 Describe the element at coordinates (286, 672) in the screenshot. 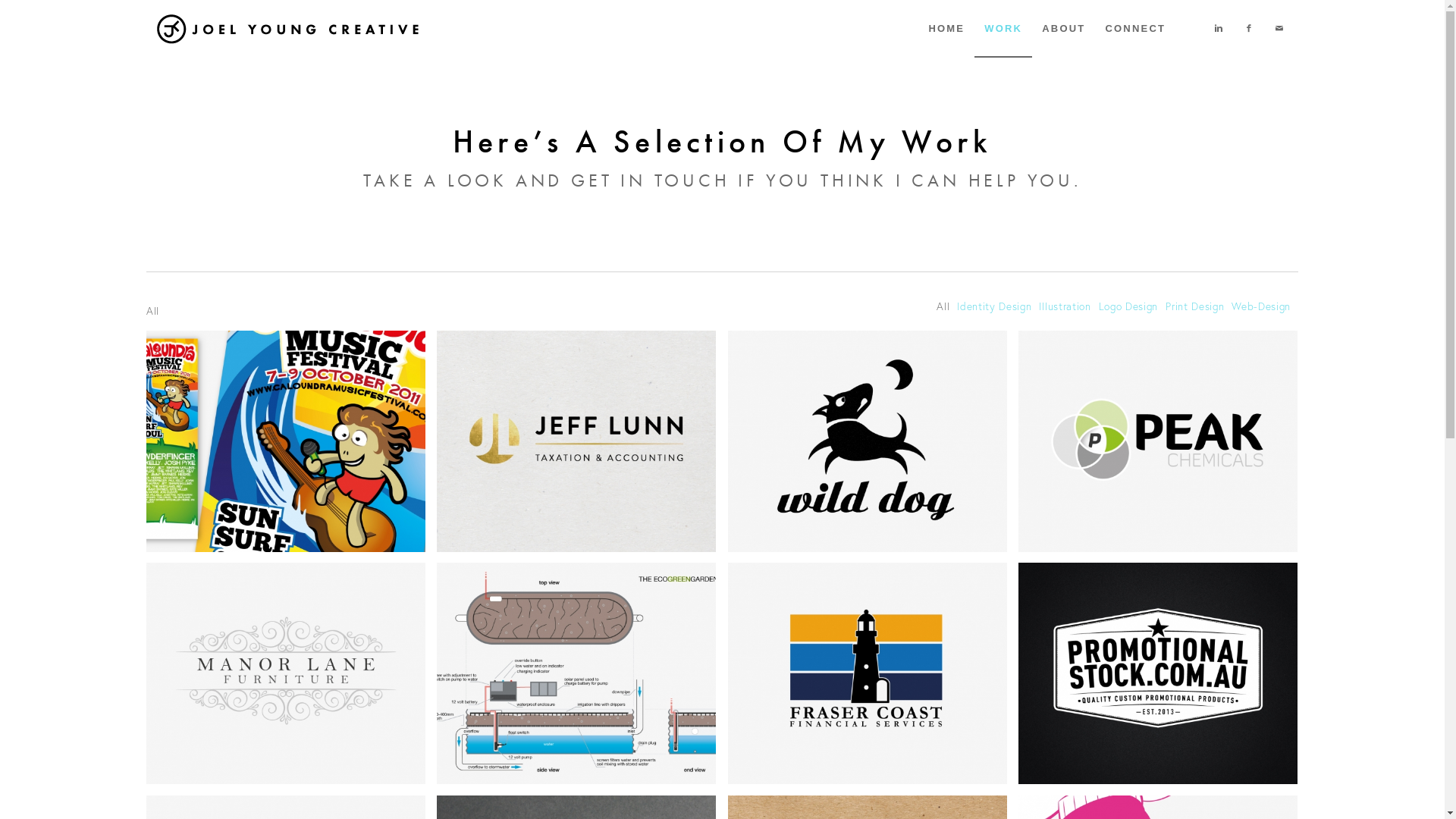

I see `'manorlane-logo'` at that location.